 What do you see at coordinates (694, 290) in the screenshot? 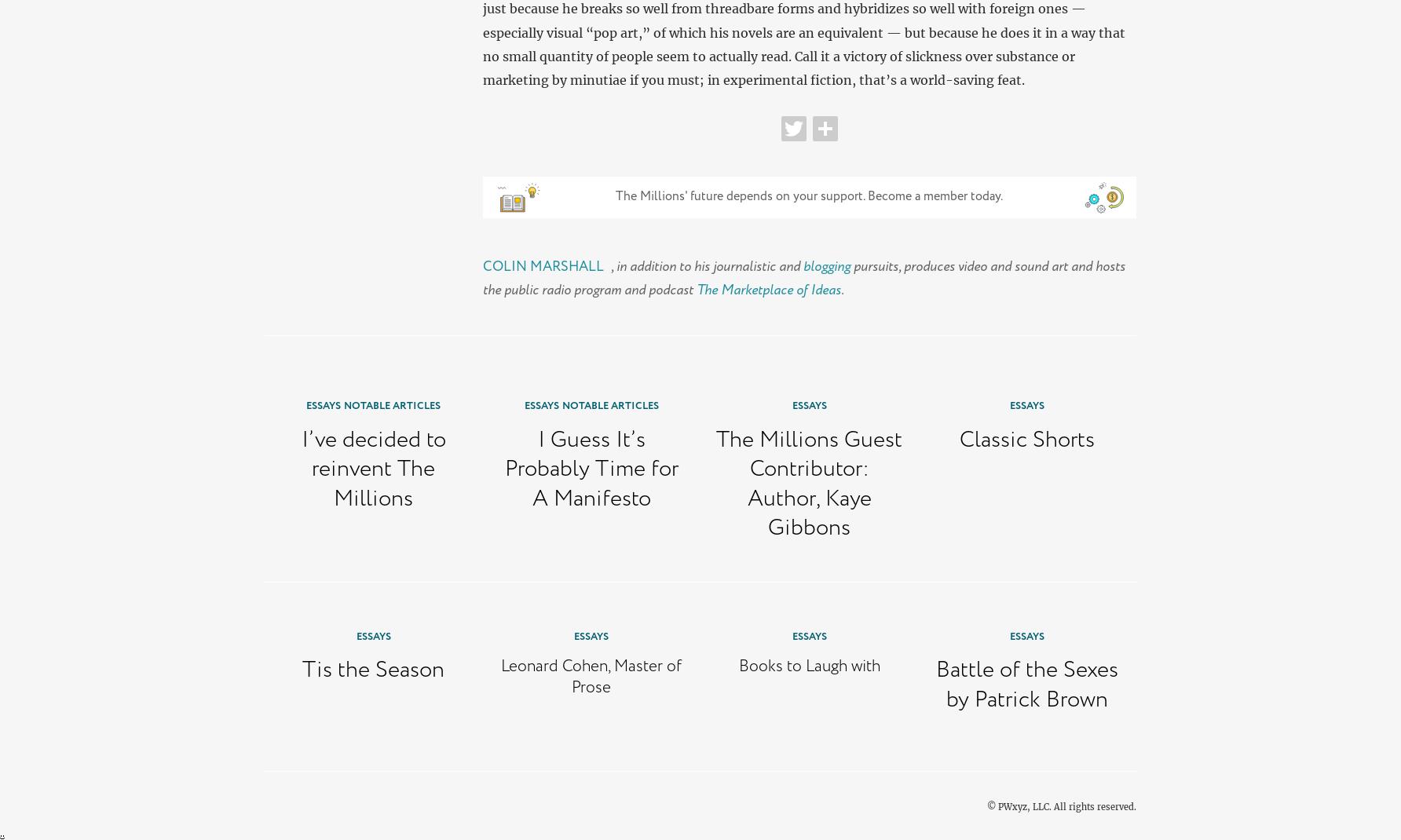
I see `'The Marketplace of Ideas'` at bounding box center [694, 290].